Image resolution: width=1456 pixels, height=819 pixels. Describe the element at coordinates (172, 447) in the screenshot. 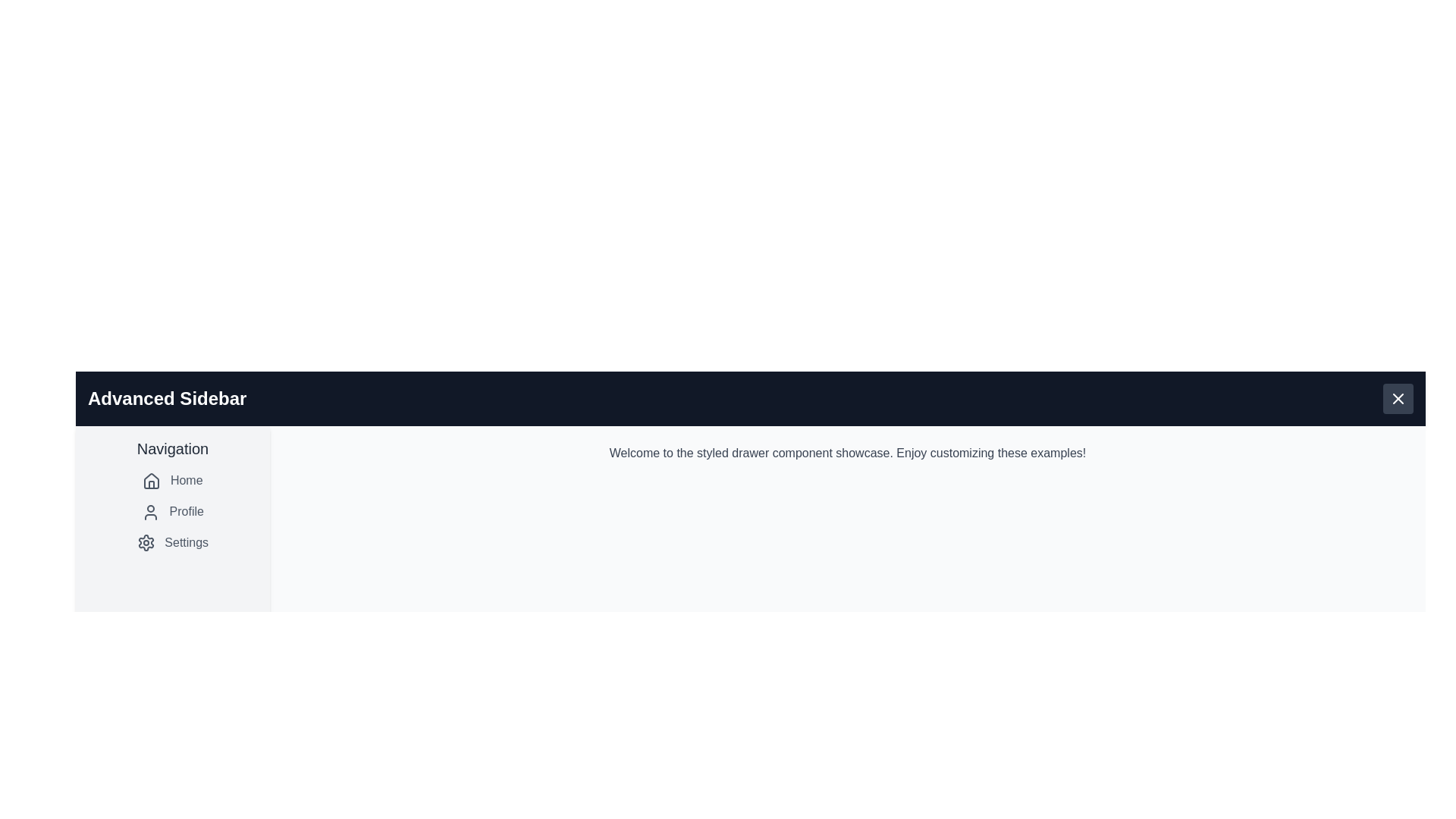

I see `the Text Label at the top of the sidebar, which serves as the heading for navigational options` at that location.